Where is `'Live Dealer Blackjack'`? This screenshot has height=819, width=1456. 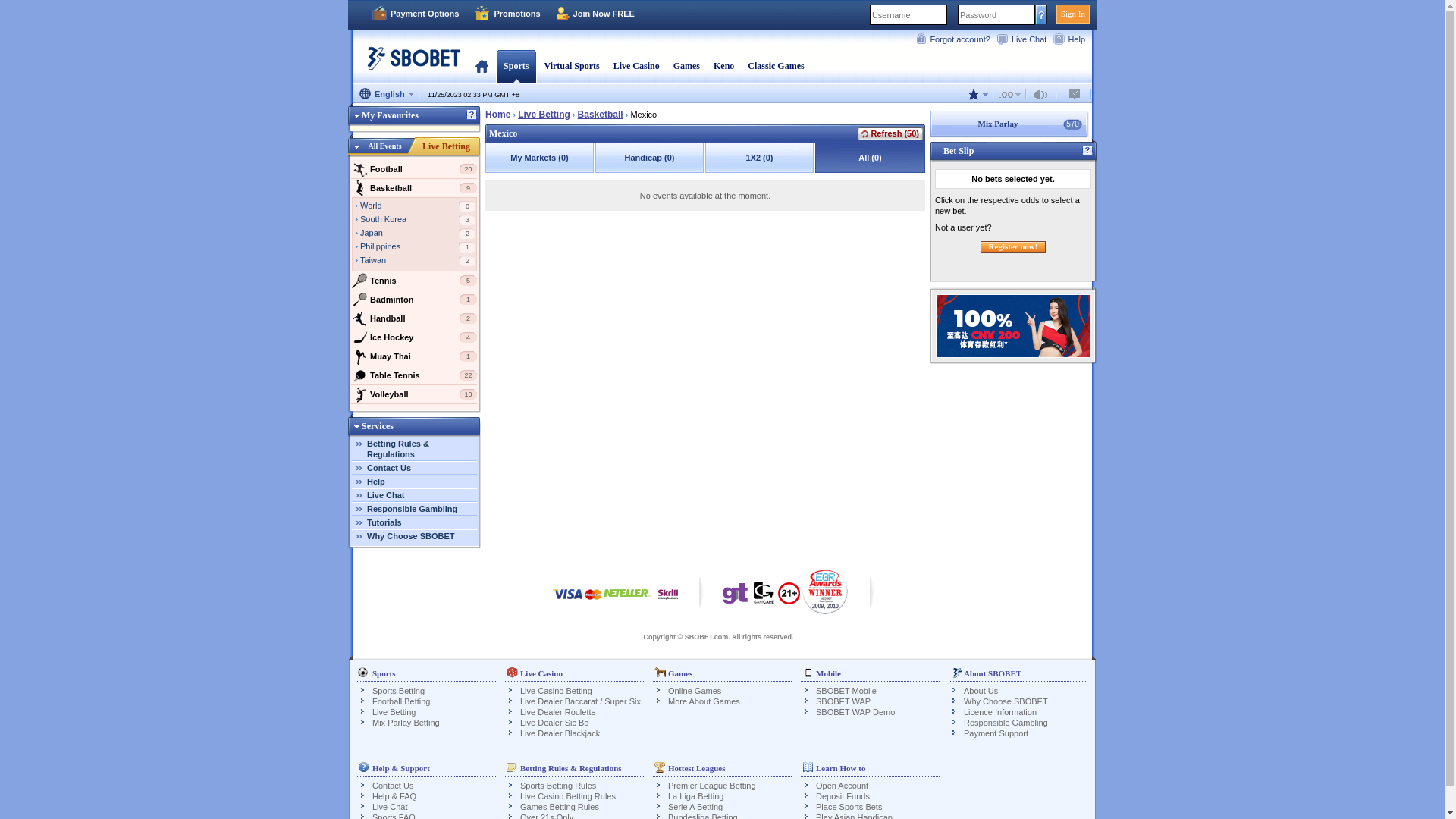
'Live Dealer Blackjack' is located at coordinates (559, 733).